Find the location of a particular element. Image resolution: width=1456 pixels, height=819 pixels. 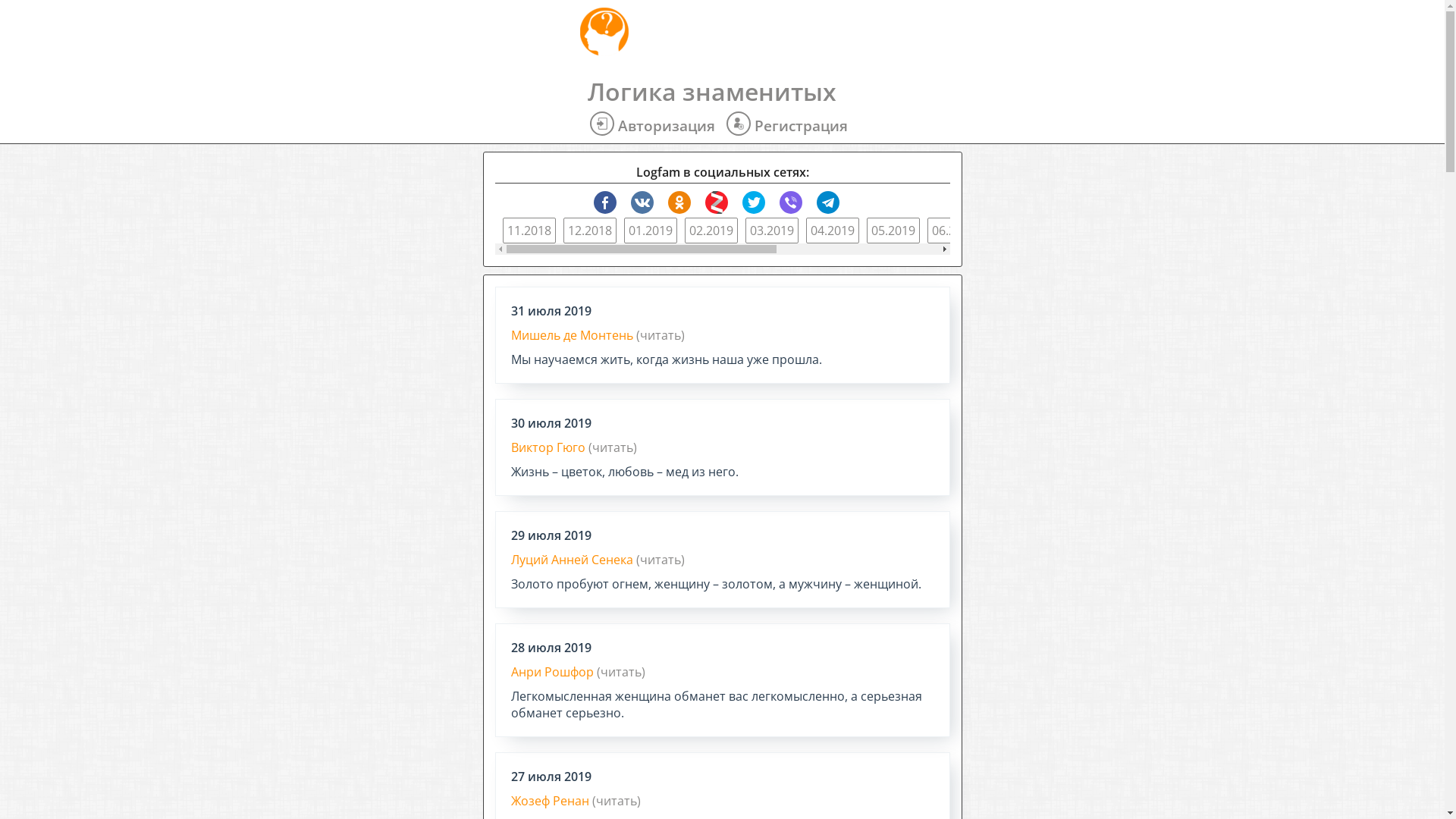

'04.2019' is located at coordinates (831, 231).